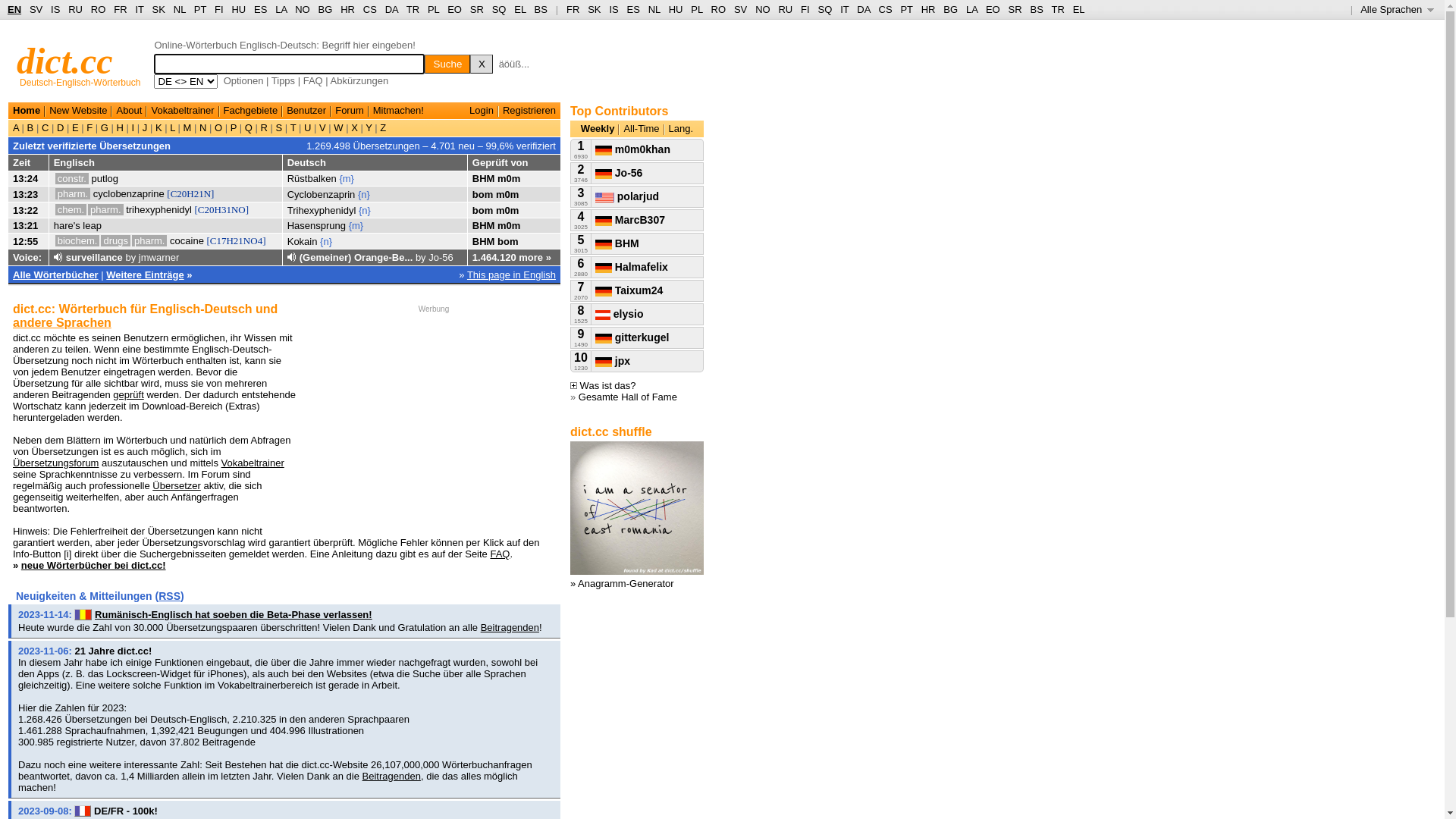 The width and height of the screenshot is (1456, 819). Describe the element at coordinates (305, 109) in the screenshot. I see `'Benutzer'` at that location.